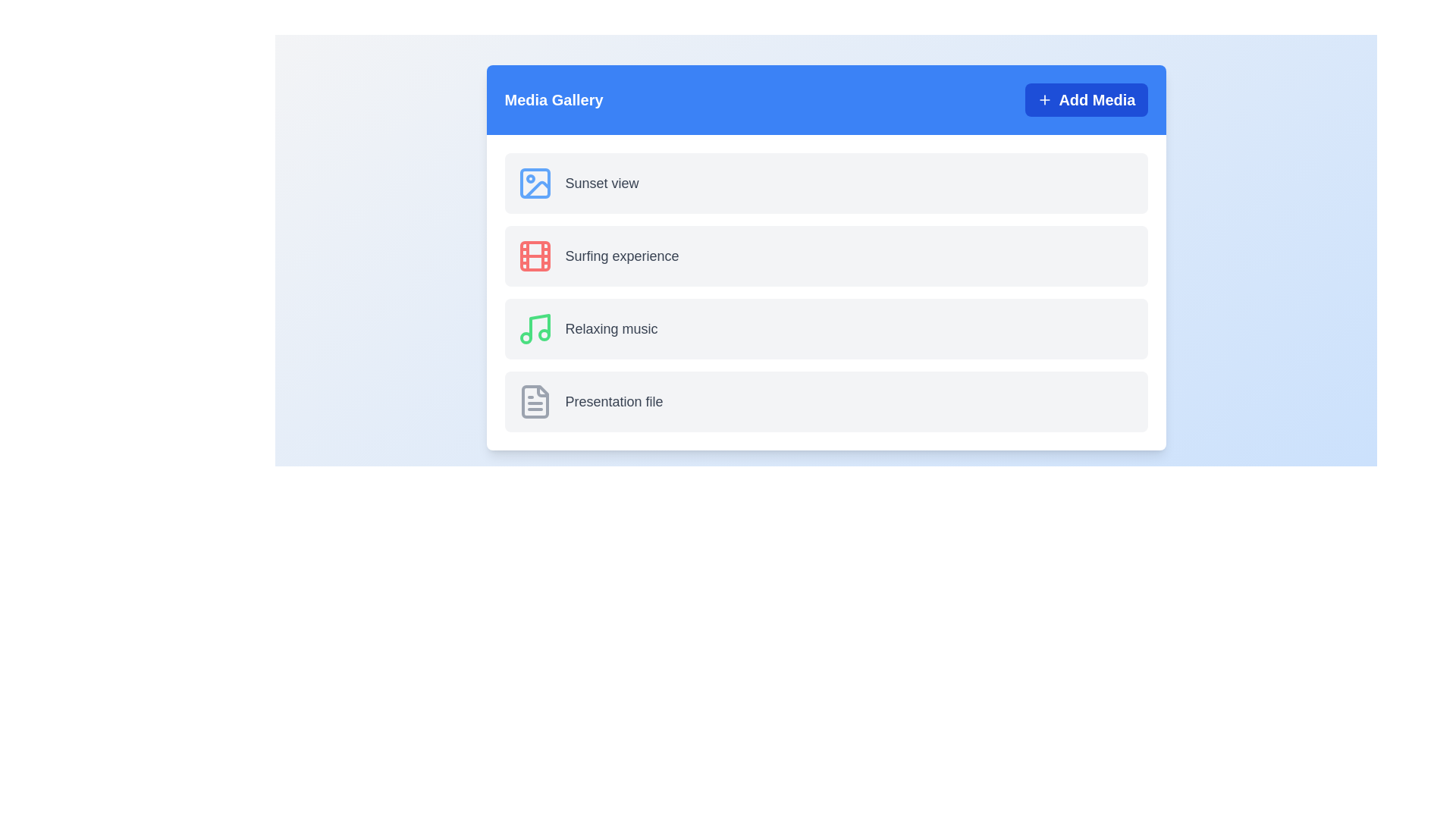  Describe the element at coordinates (614, 400) in the screenshot. I see `the text label that describes the media type in the fourth position of the Media Gallery component, following 'Sunset view', 'Surfing experience', and 'Relaxing music'` at that location.